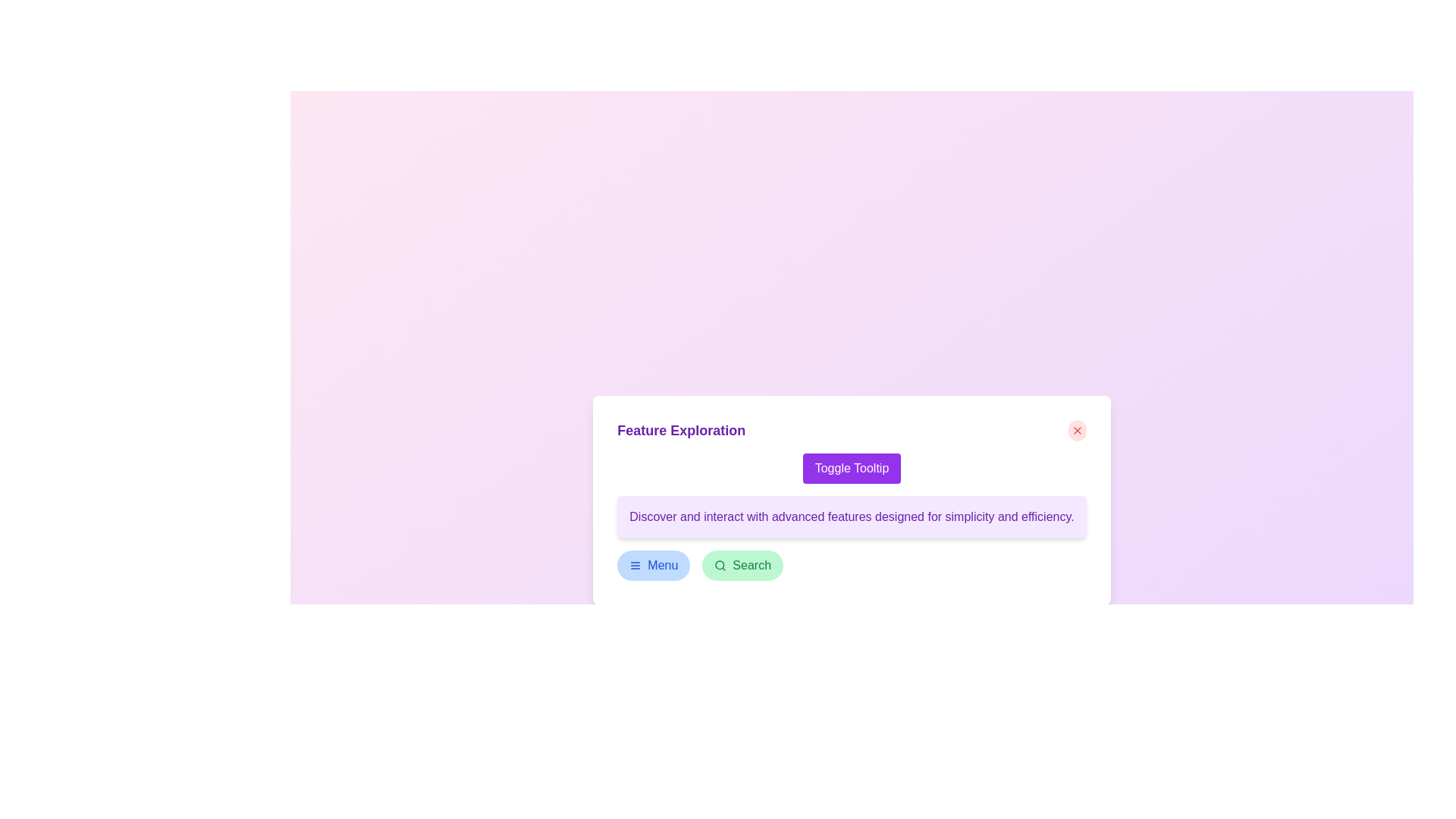  What do you see at coordinates (852, 516) in the screenshot?
I see `the text block displaying 'Discover and interact with advanced features designed for simplicity and efficiency.'` at bounding box center [852, 516].